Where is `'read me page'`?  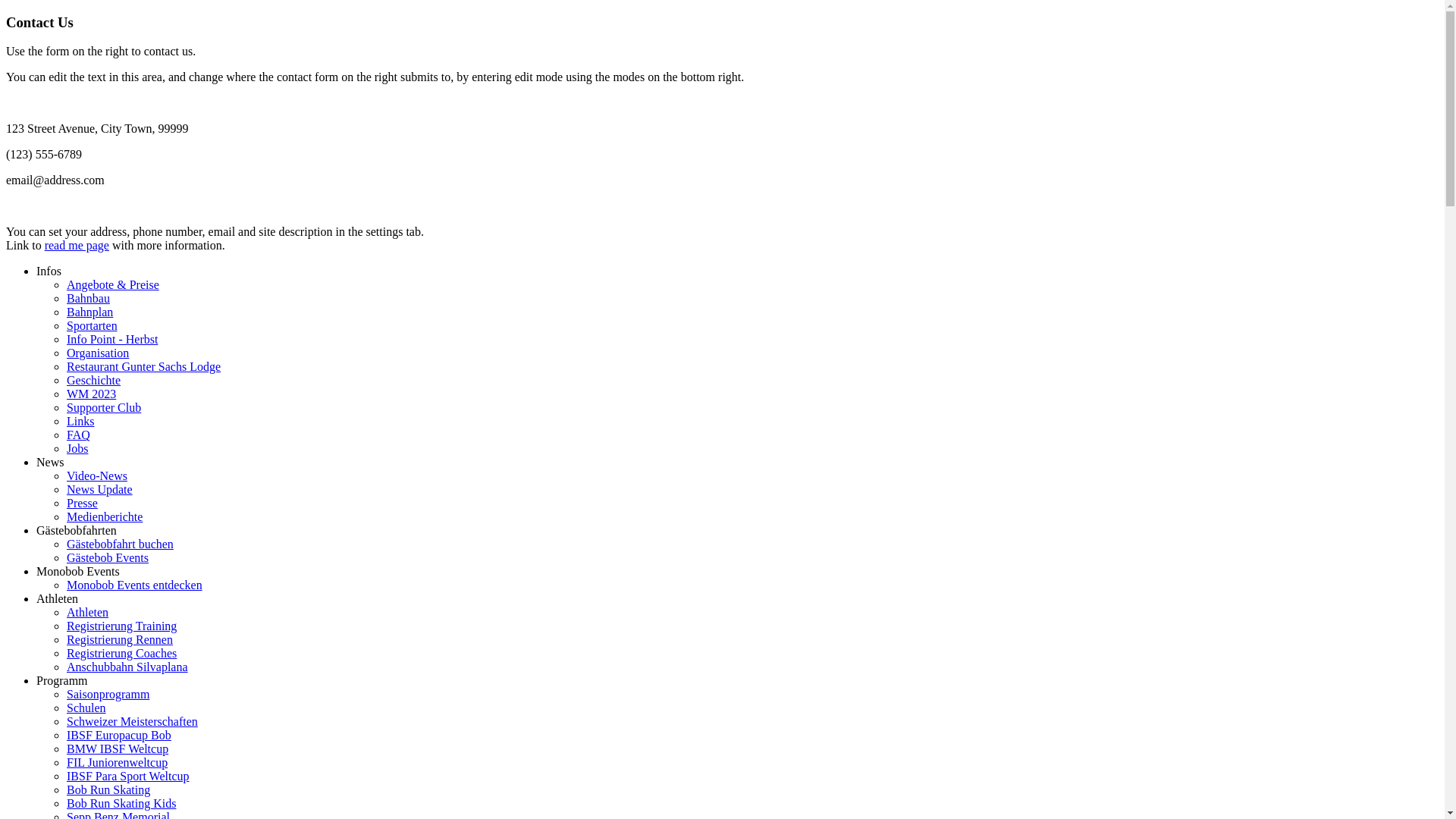
'read me page' is located at coordinates (44, 244).